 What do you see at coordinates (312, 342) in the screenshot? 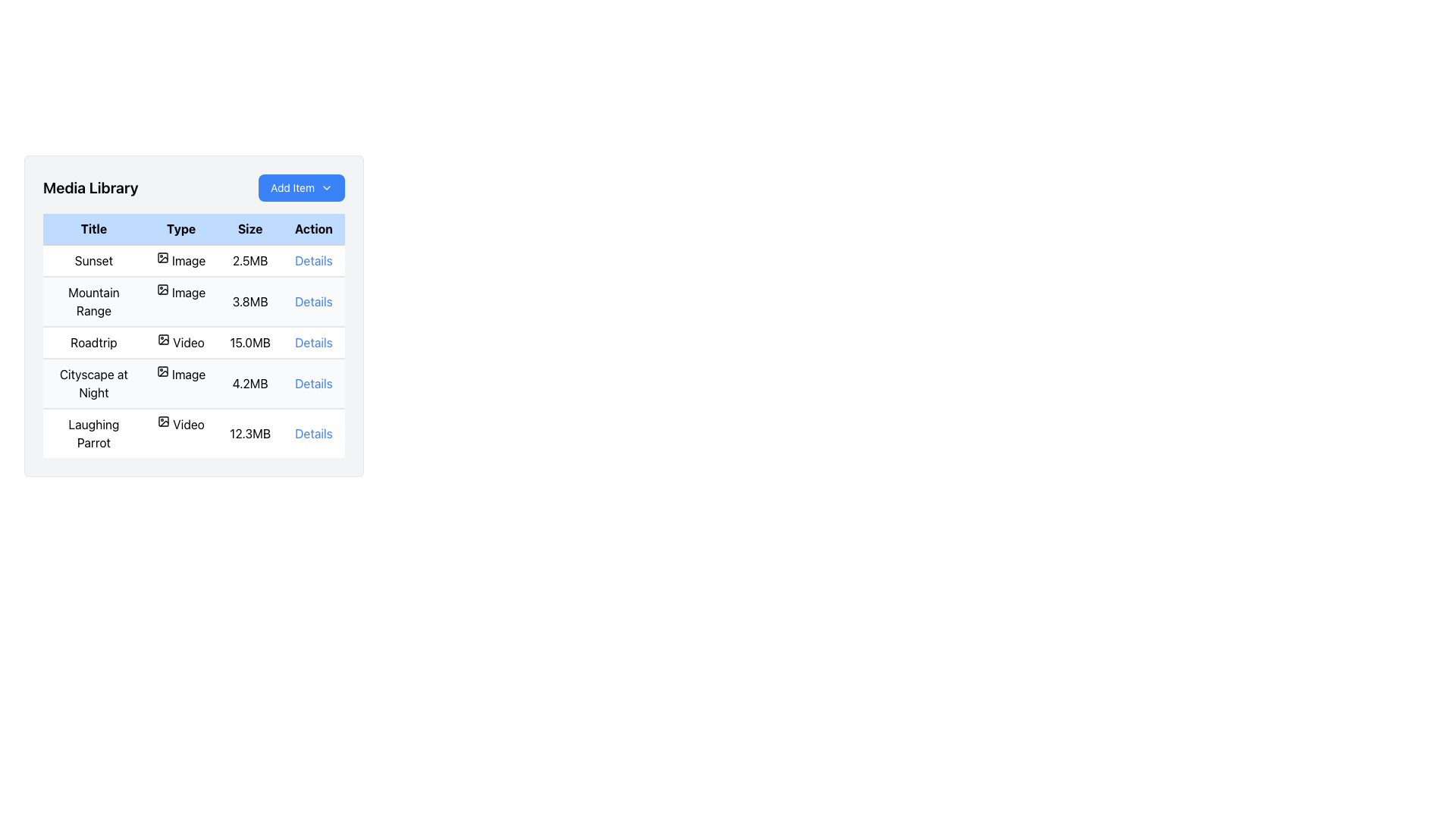
I see `the blue underlined link labeled 'Details' located in the rightmost column under the 'Action' heading in the 'Roadtrip' row of the table` at bounding box center [312, 342].